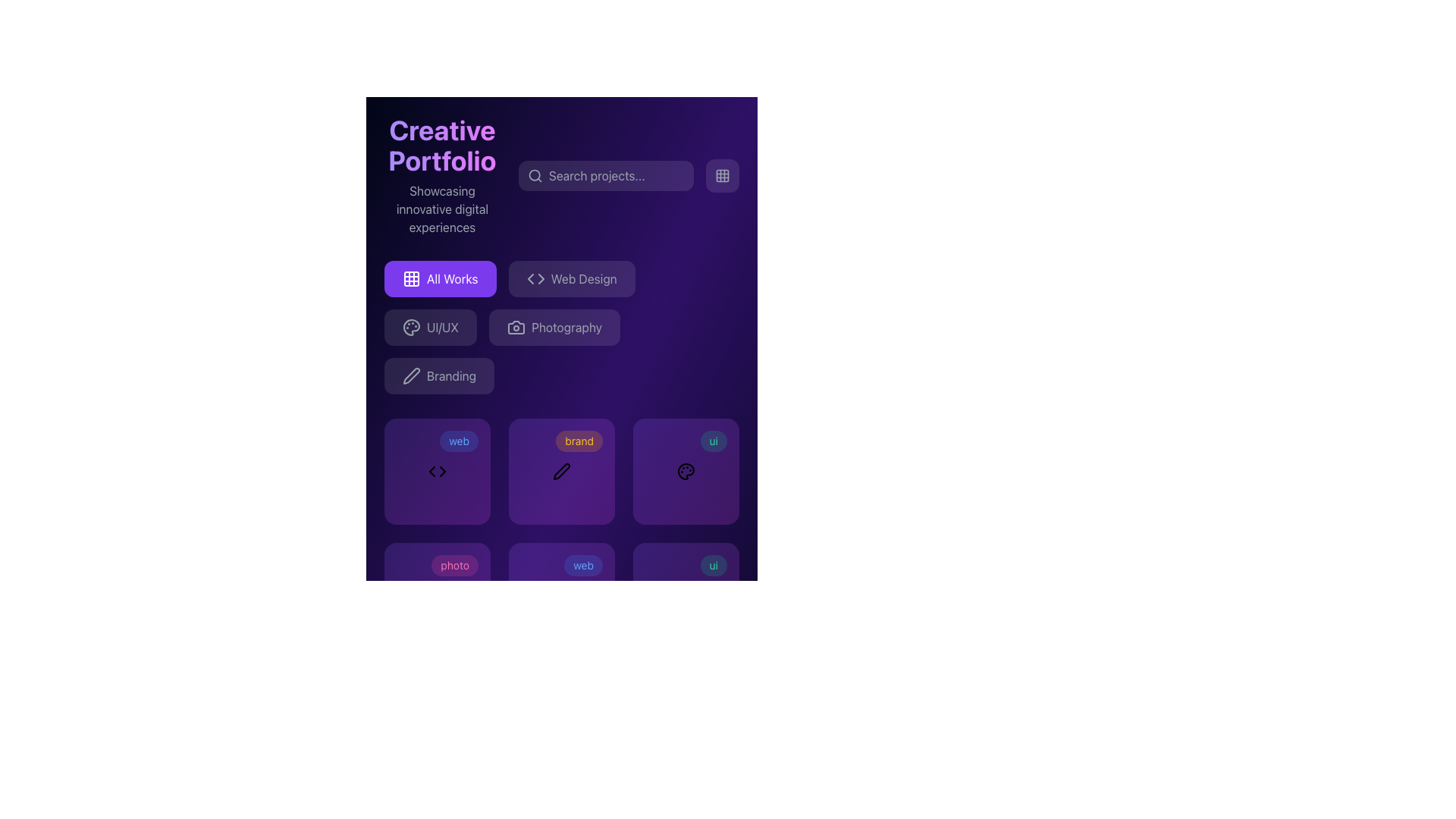 The width and height of the screenshot is (1456, 819). I want to click on the 'UI/UX' button, which is the third button in a horizontal group of buttons within the 'Creative Portfolio' section, so click(429, 327).